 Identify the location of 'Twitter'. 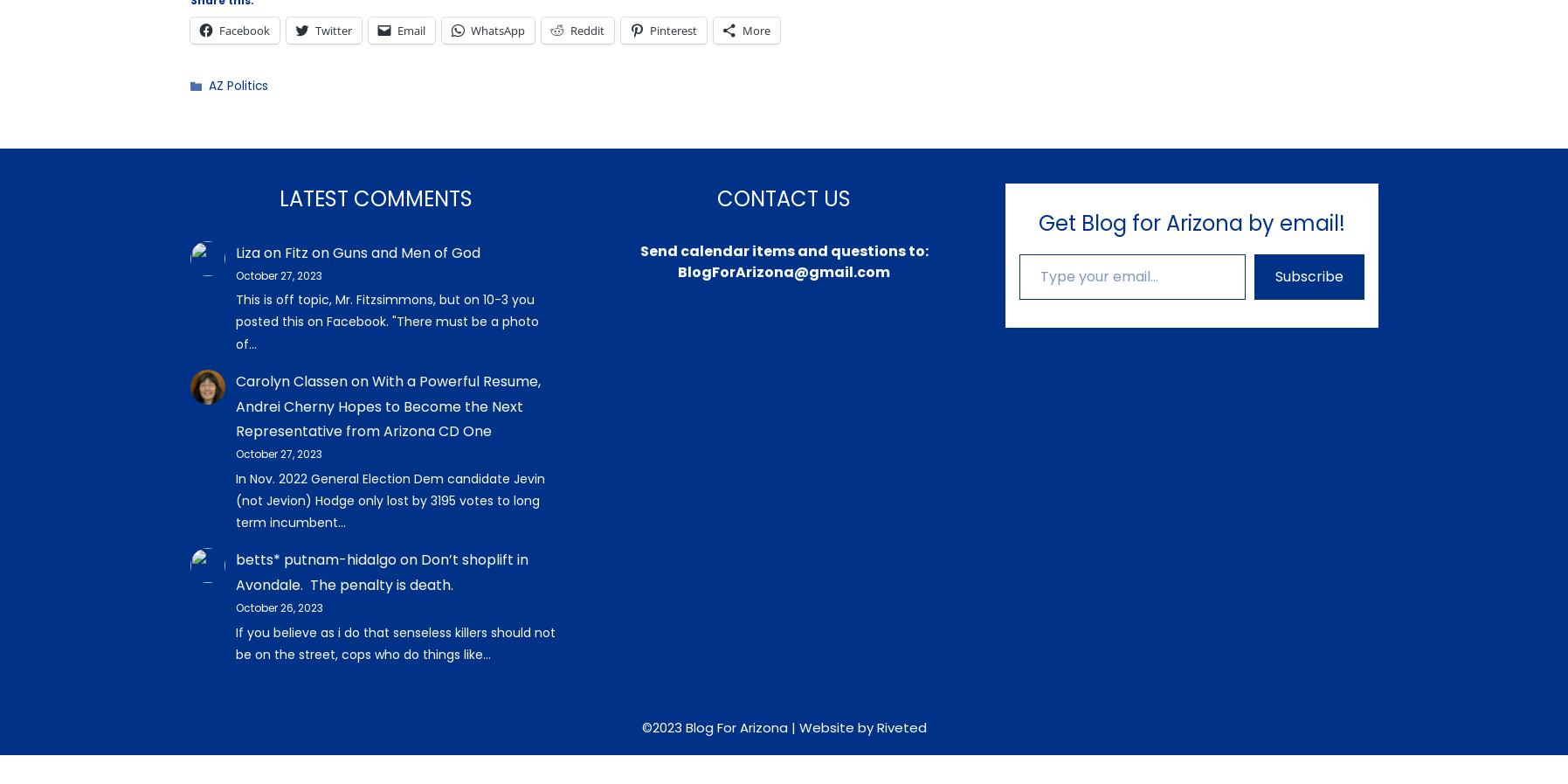
(314, 29).